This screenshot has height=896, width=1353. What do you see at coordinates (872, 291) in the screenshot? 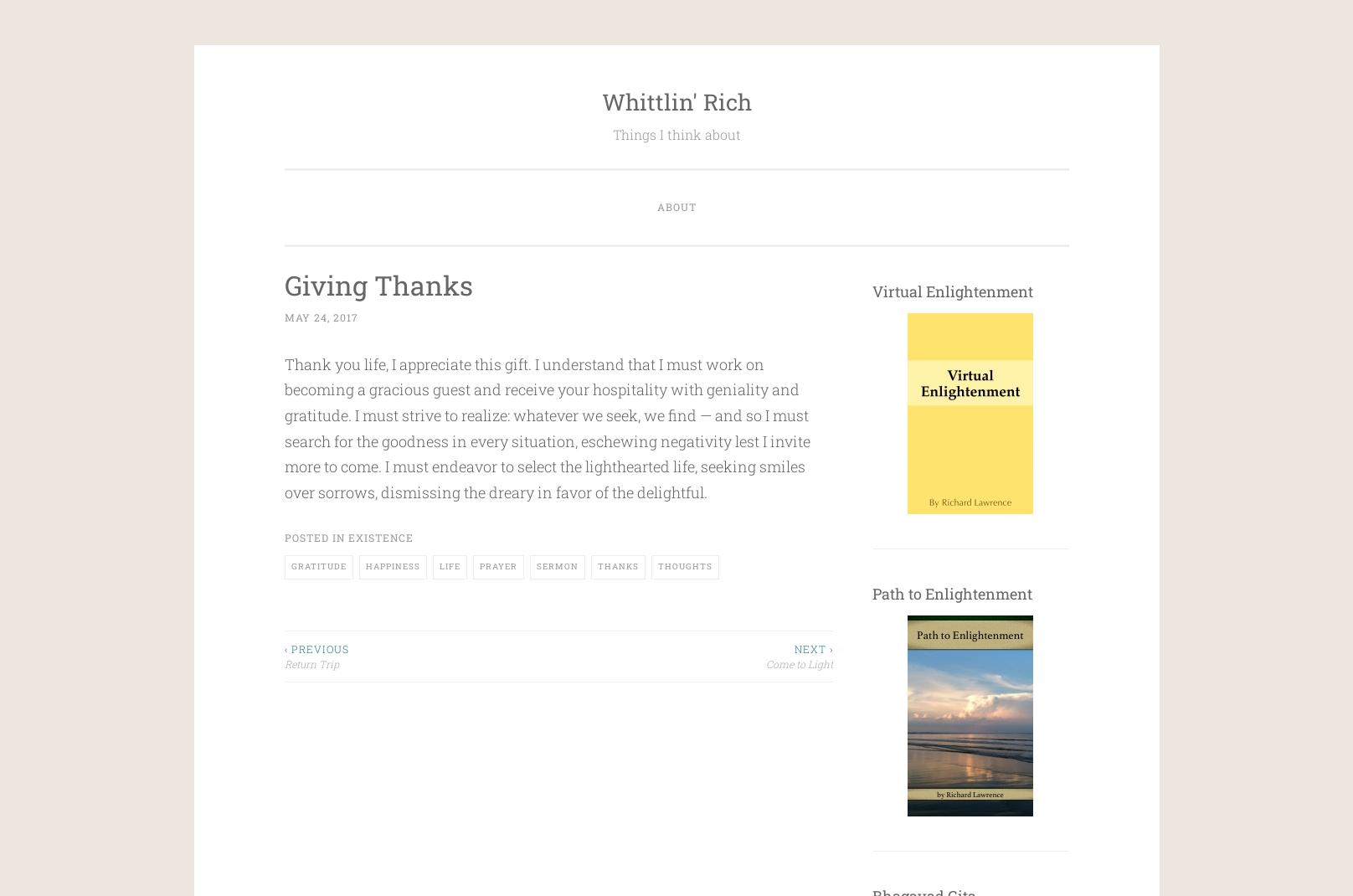
I see `'Virtual Enlightenment'` at bounding box center [872, 291].